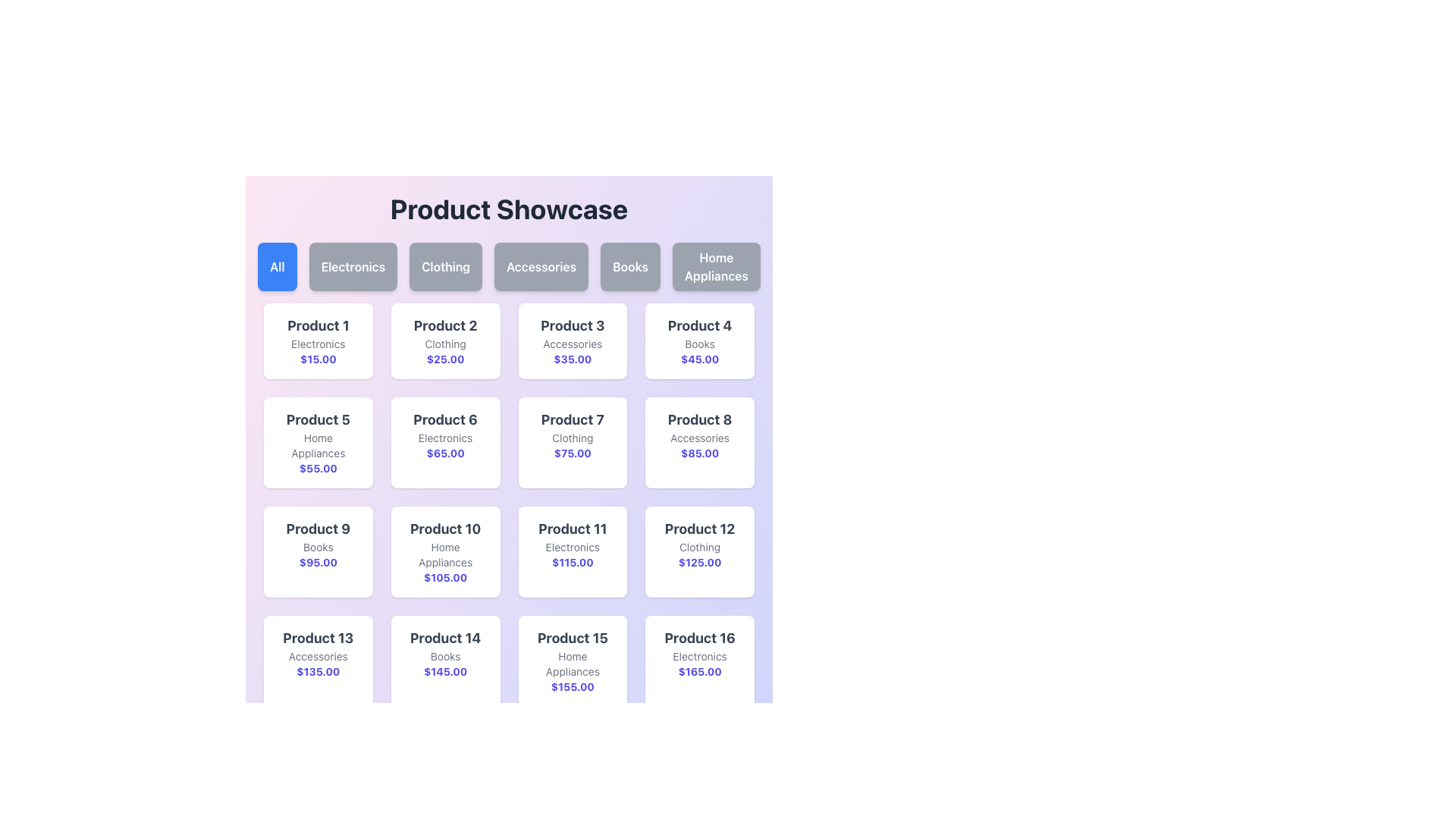 The height and width of the screenshot is (819, 1456). What do you see at coordinates (444, 656) in the screenshot?
I see `Text Label indicating the category of the product listed in the card for 'Product 14', which is positioned directly below the product name and above the price information` at bounding box center [444, 656].